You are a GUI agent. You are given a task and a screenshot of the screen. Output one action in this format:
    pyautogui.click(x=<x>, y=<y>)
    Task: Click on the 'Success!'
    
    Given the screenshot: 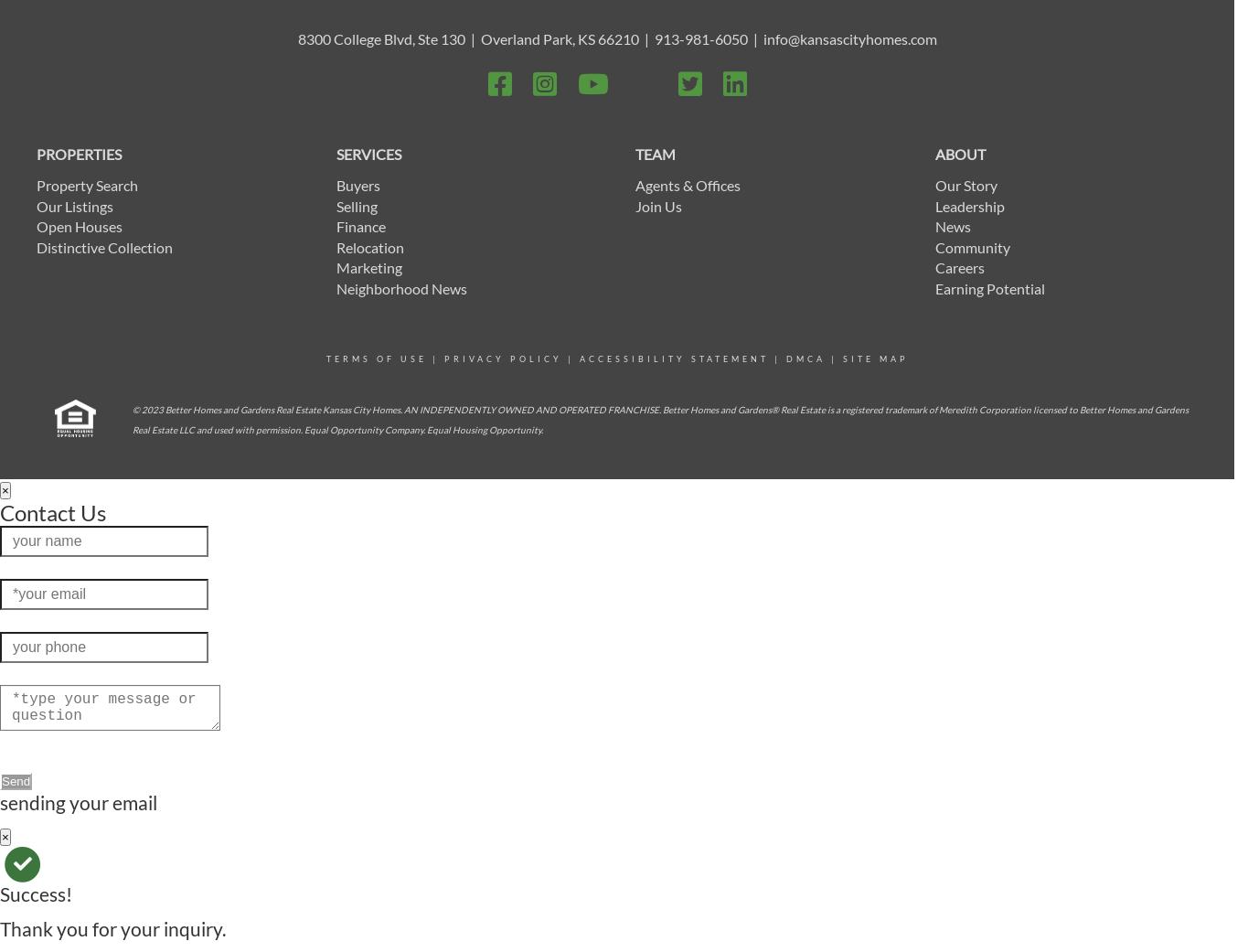 What is the action you would take?
    pyautogui.click(x=36, y=893)
    